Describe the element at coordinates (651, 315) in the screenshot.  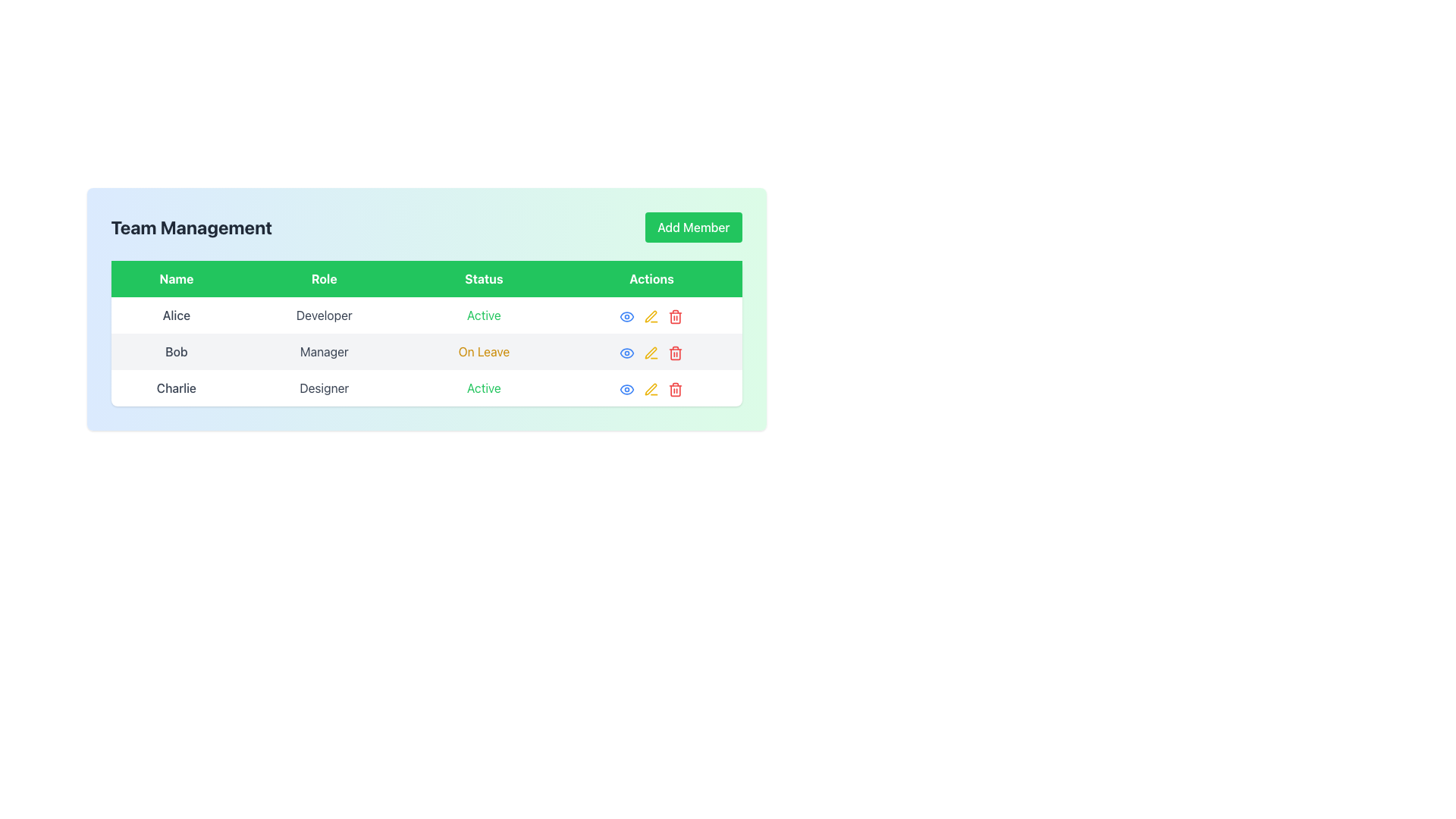
I see `the pencil icon in the 'Actions' column of the table associated with the row labeled 'Bob' to invoke edit mode` at that location.